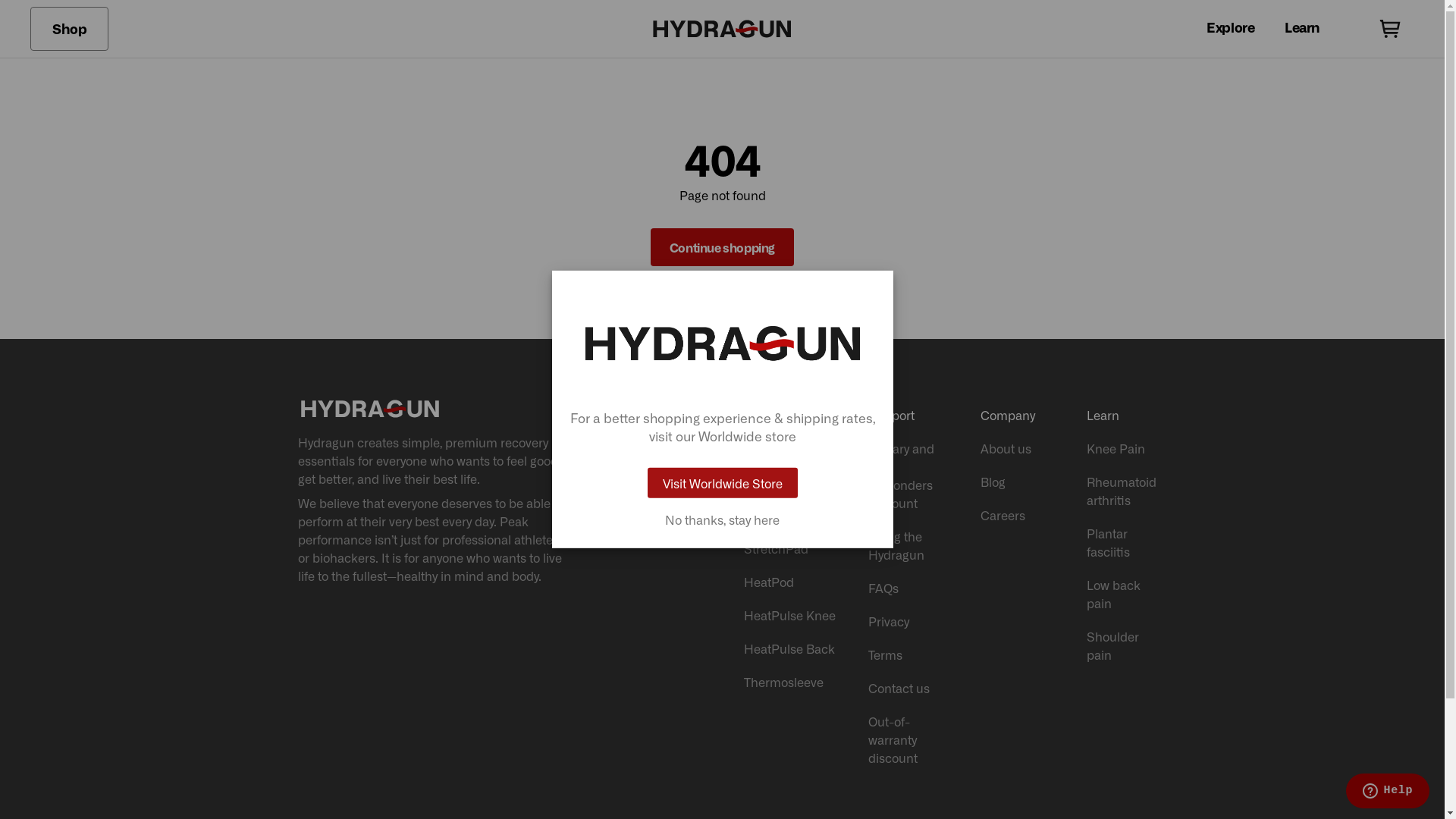 This screenshot has width=1456, height=819. I want to click on 'About us', so click(1018, 447).